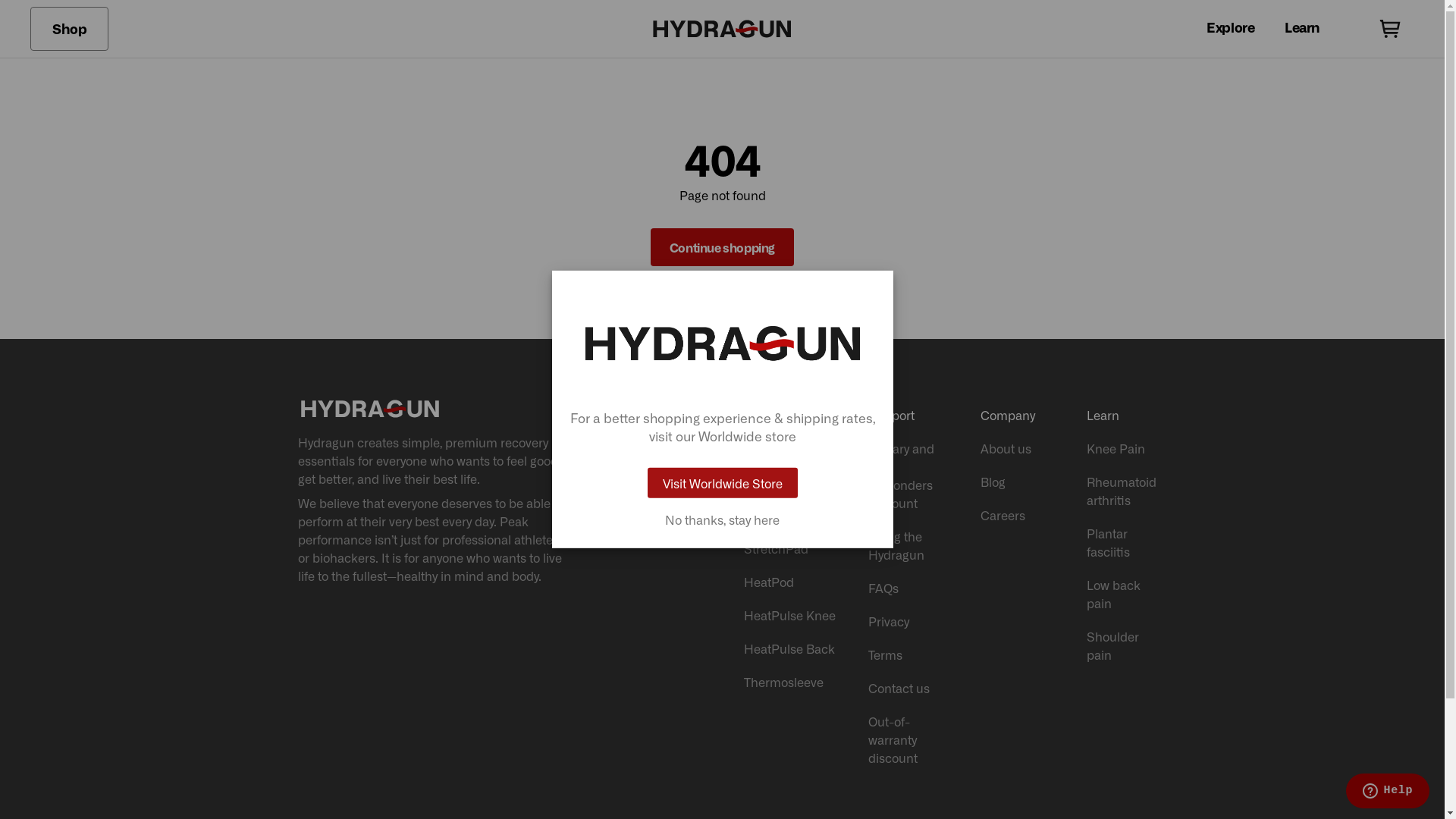 This screenshot has width=1456, height=819. I want to click on 'About us', so click(1018, 447).